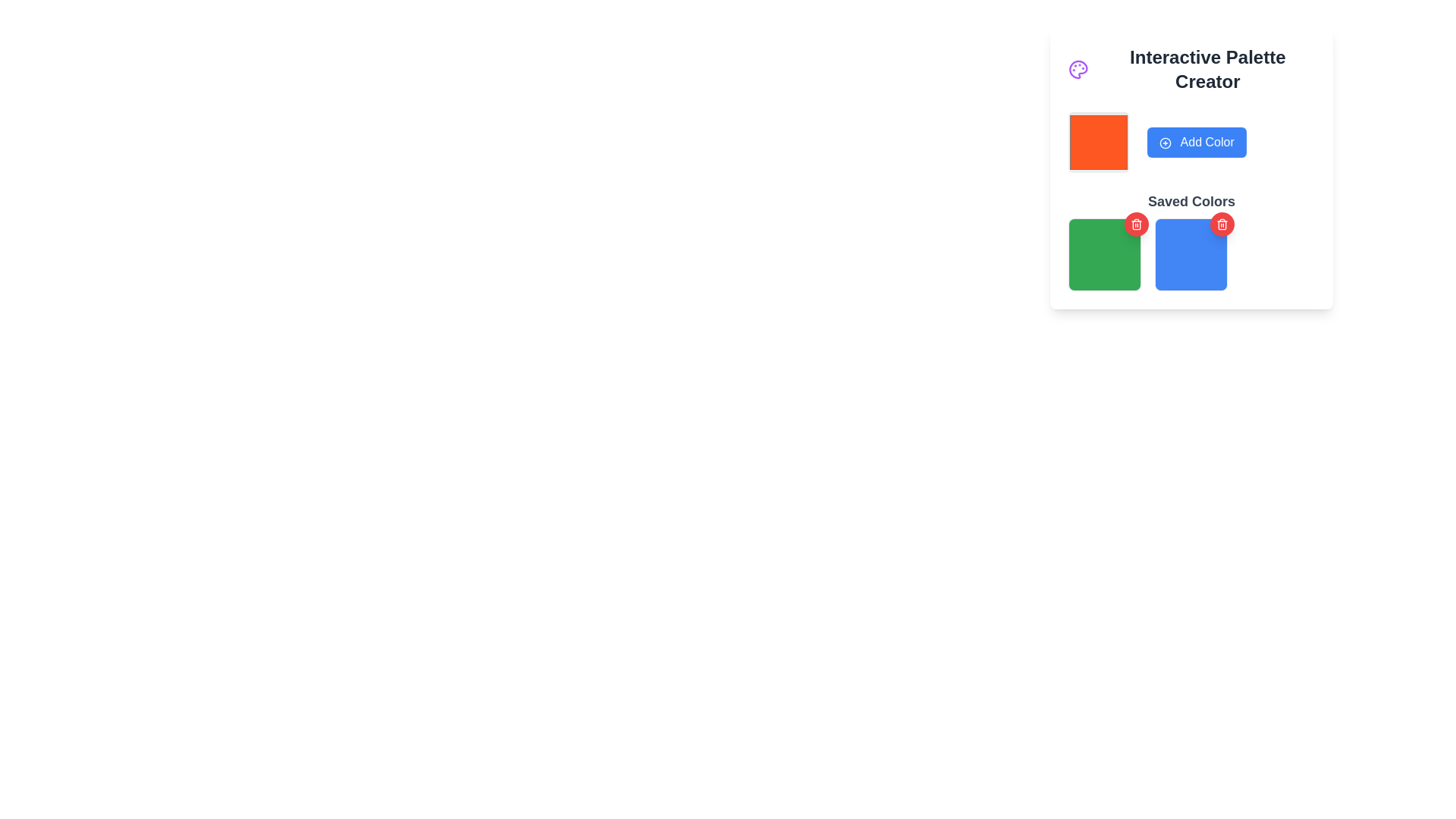 The height and width of the screenshot is (819, 1456). What do you see at coordinates (1136, 224) in the screenshot?
I see `the delete button located at the top-right corner of the green color tile in the 'Saved Colors' section` at bounding box center [1136, 224].